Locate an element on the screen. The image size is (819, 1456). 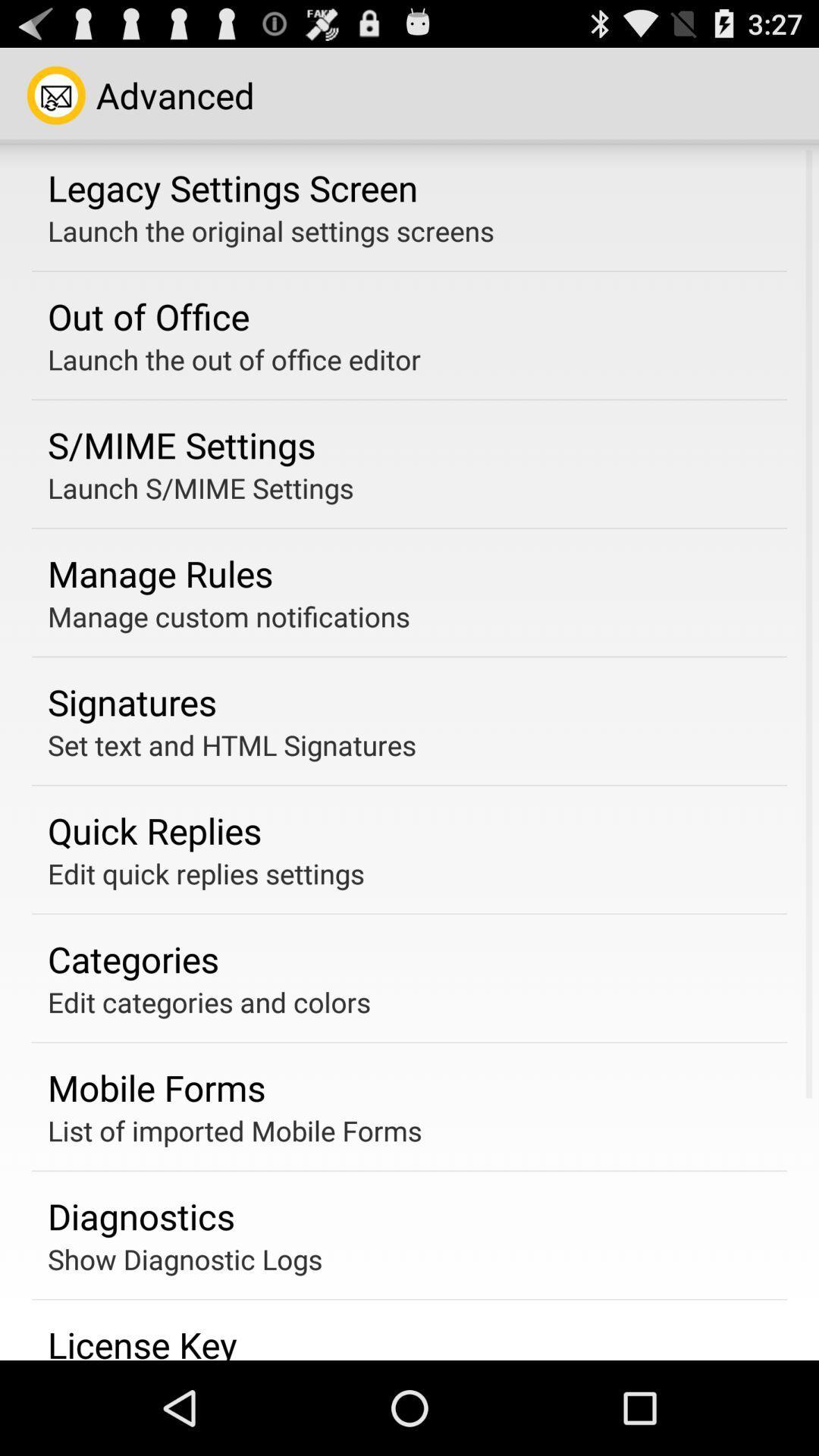
the app above the license key item is located at coordinates (184, 1259).